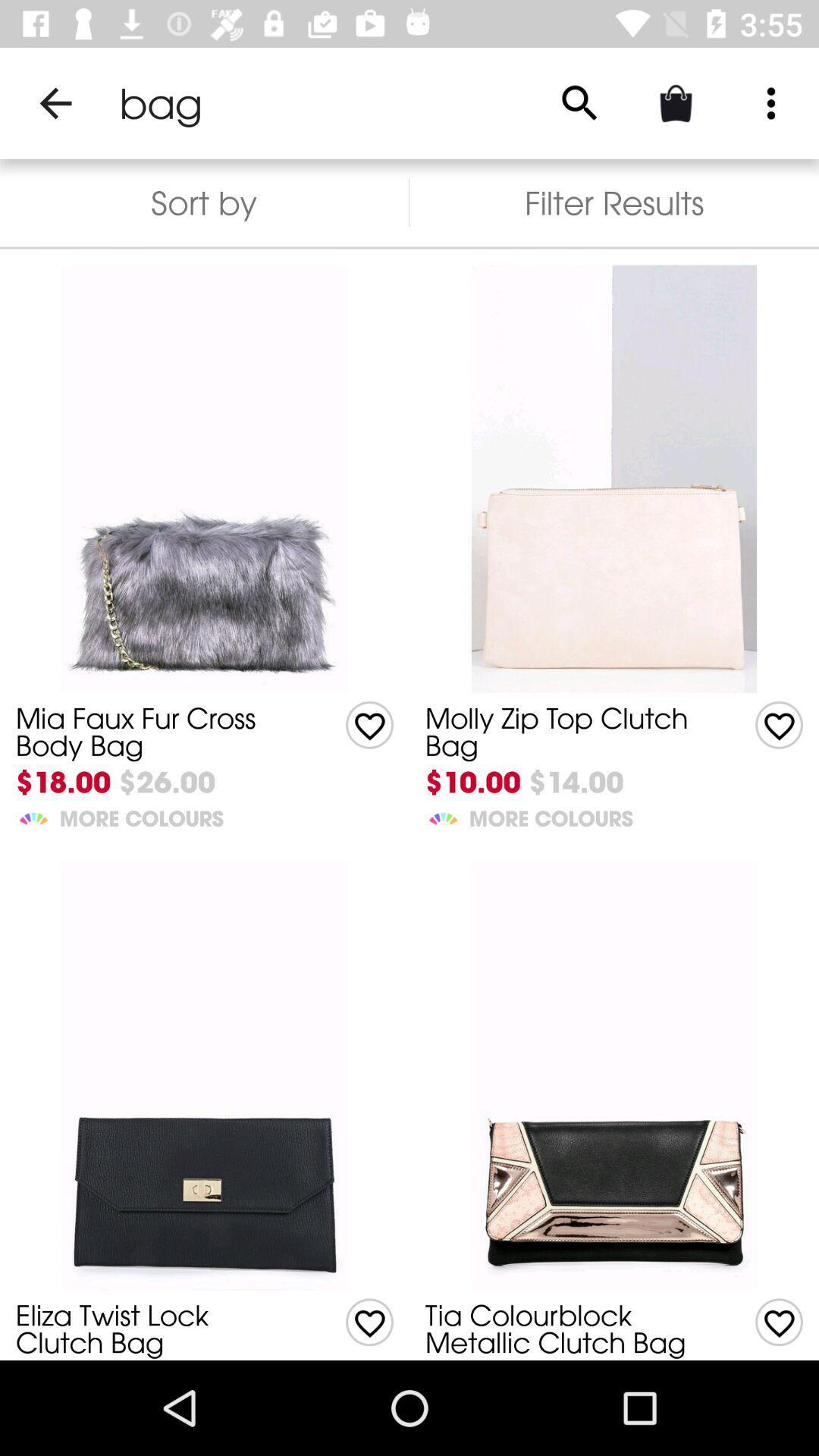  What do you see at coordinates (369, 724) in the screenshot?
I see `like the molly zip top clutch bag` at bounding box center [369, 724].